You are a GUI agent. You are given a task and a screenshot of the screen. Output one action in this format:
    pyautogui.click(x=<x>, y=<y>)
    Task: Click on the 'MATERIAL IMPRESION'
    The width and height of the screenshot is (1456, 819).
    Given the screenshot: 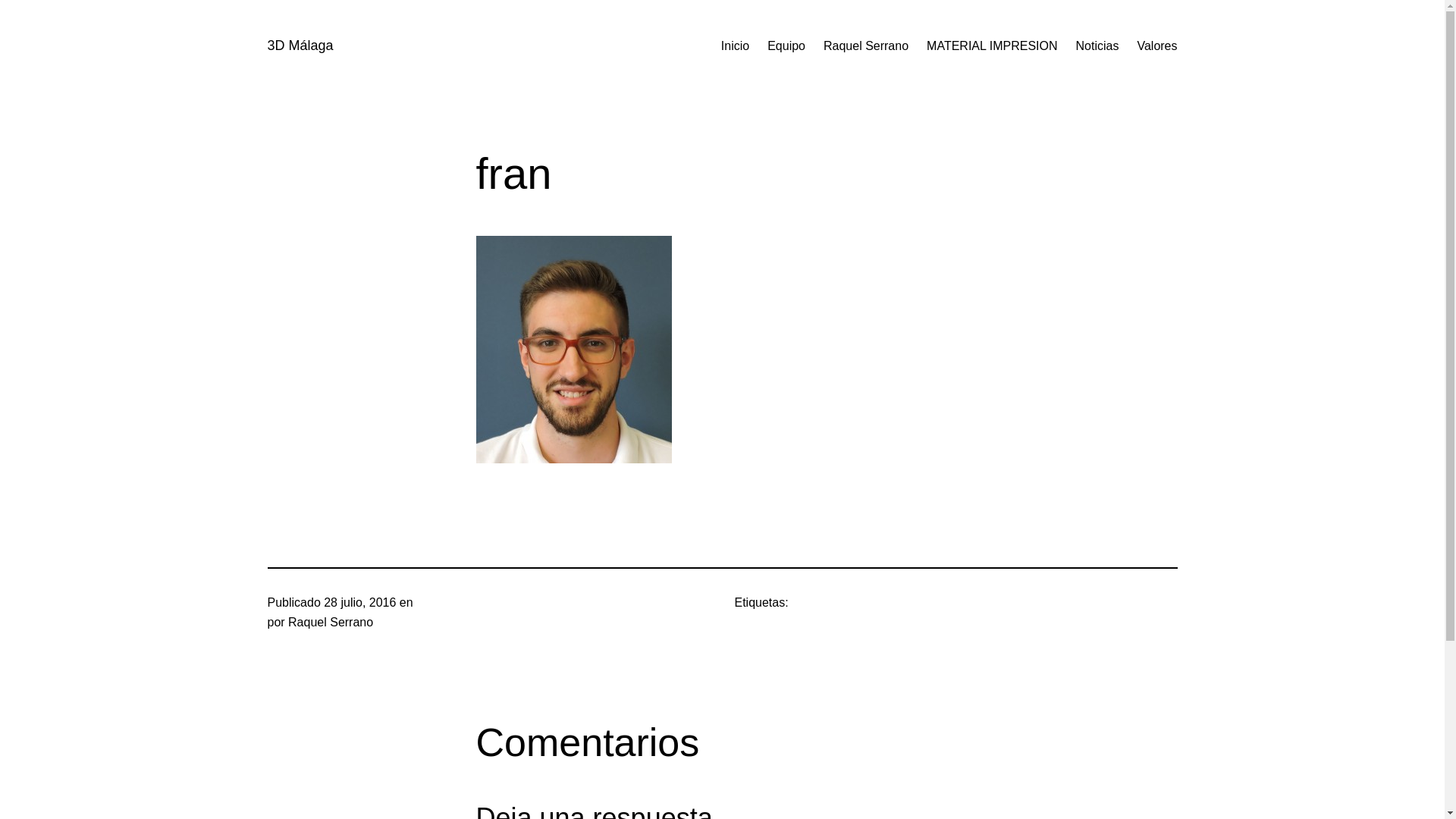 What is the action you would take?
    pyautogui.click(x=992, y=45)
    